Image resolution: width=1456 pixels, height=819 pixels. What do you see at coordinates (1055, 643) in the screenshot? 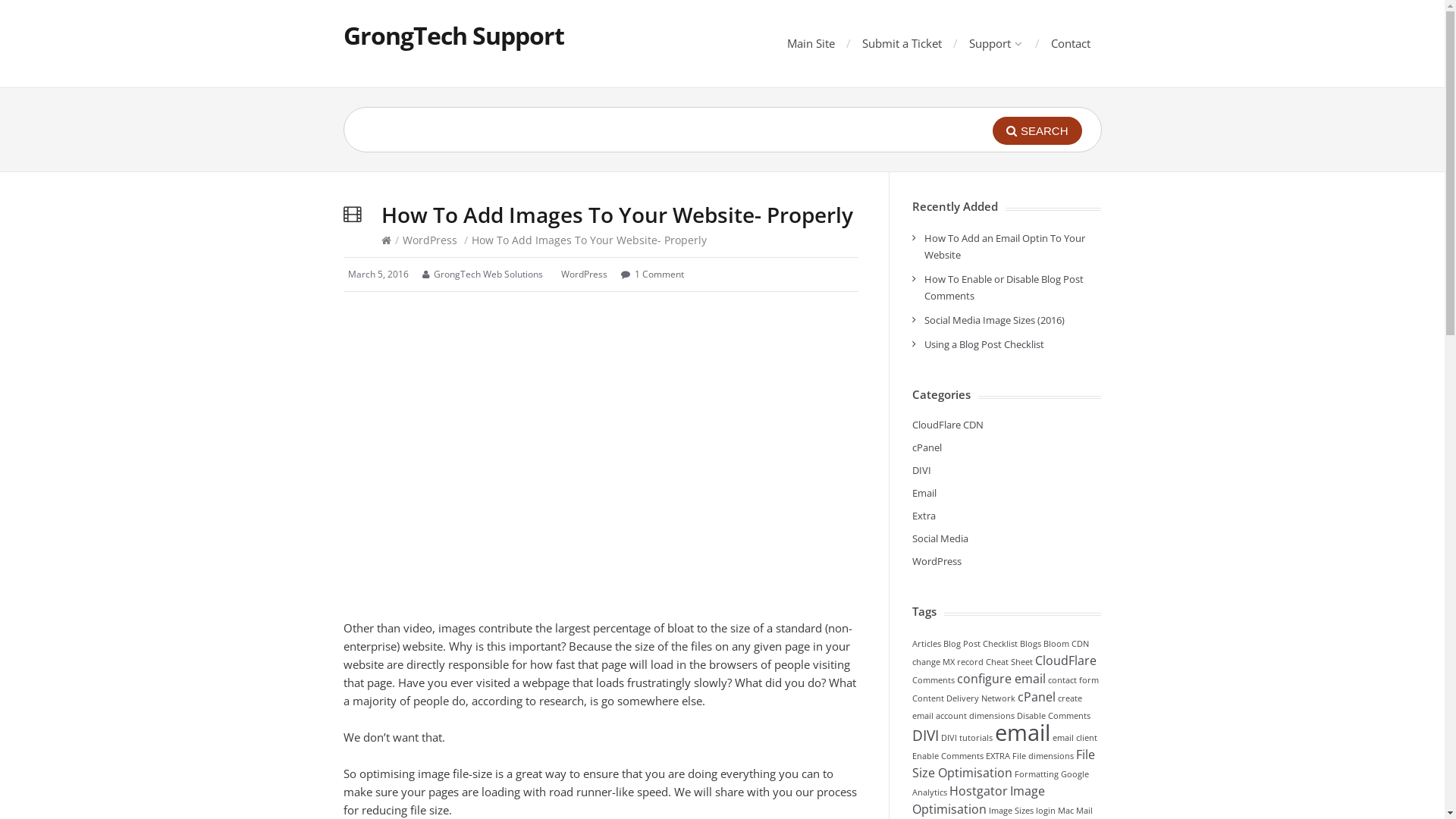
I see `'Bloom'` at bounding box center [1055, 643].